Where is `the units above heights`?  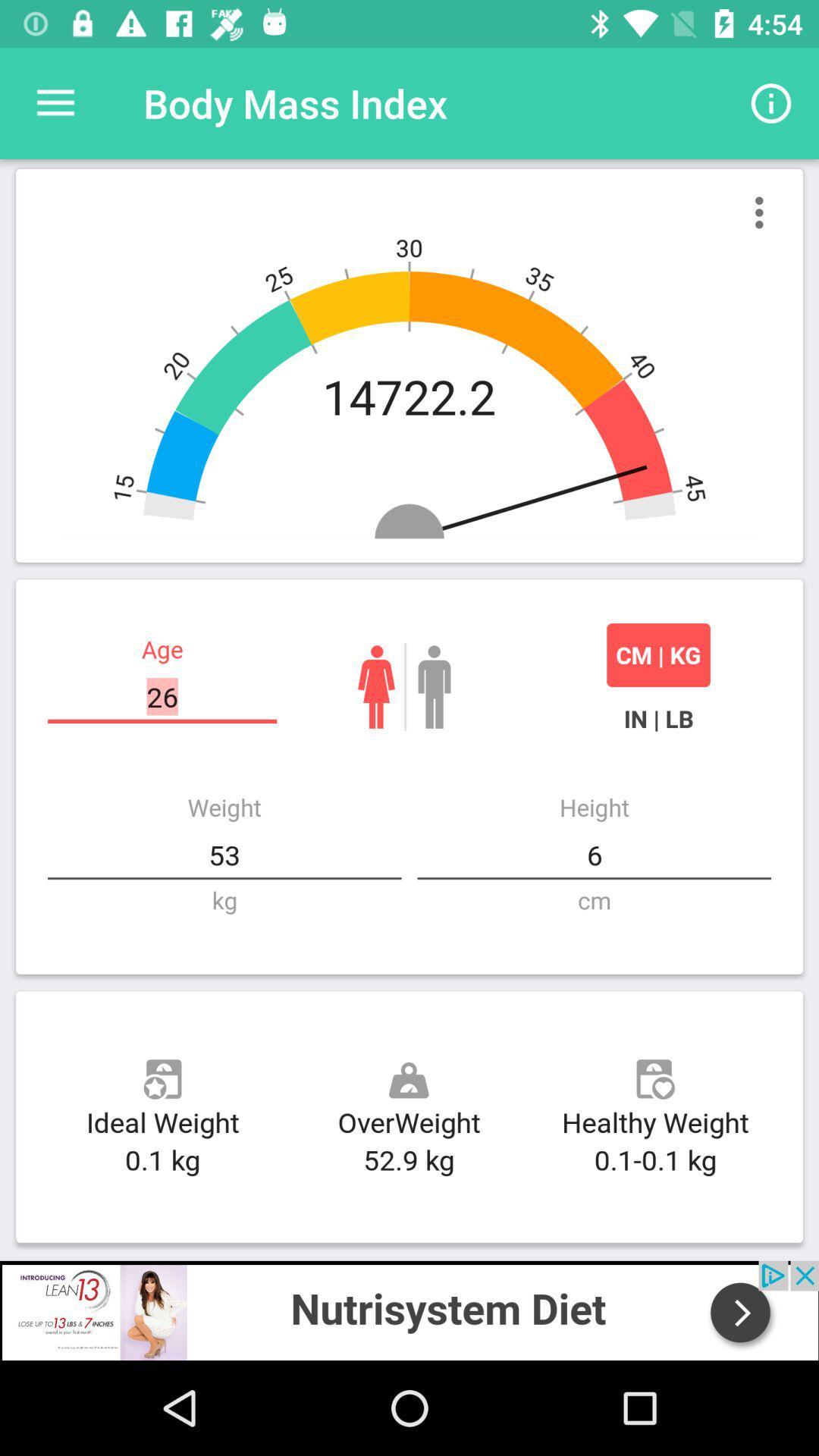 the units above heights is located at coordinates (657, 718).